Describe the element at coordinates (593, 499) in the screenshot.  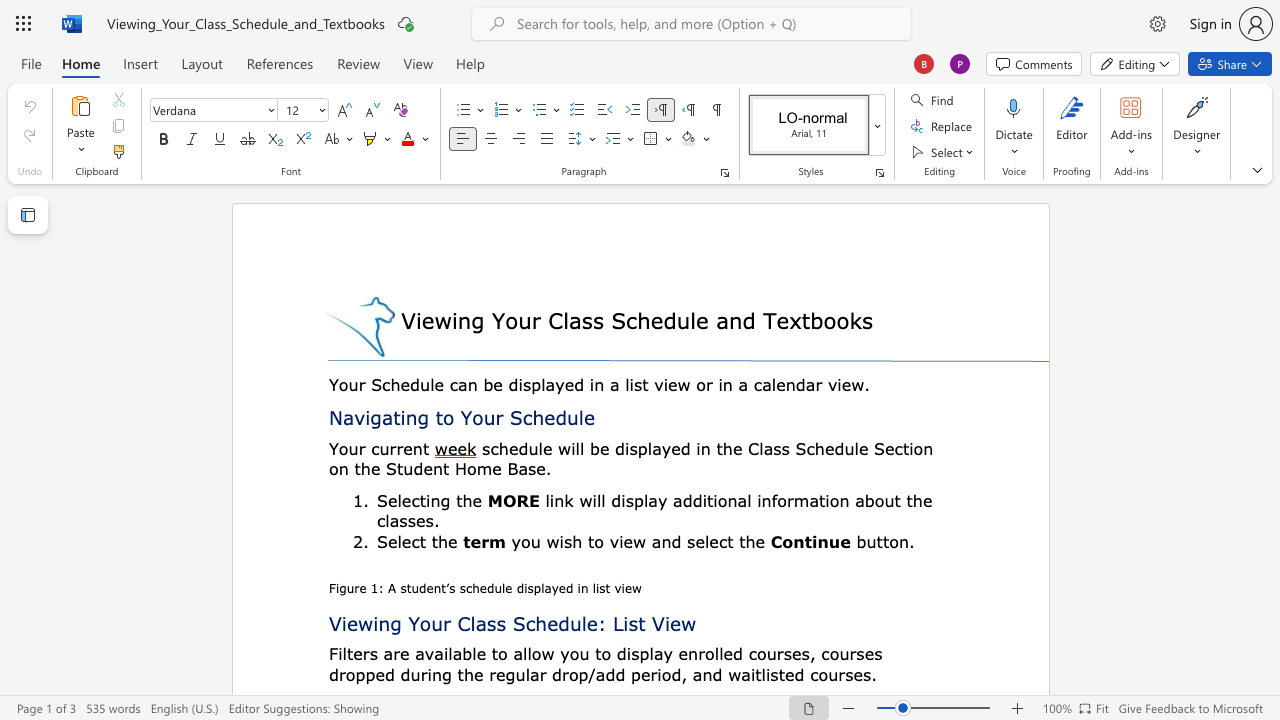
I see `the 2th character "i" in the text` at that location.